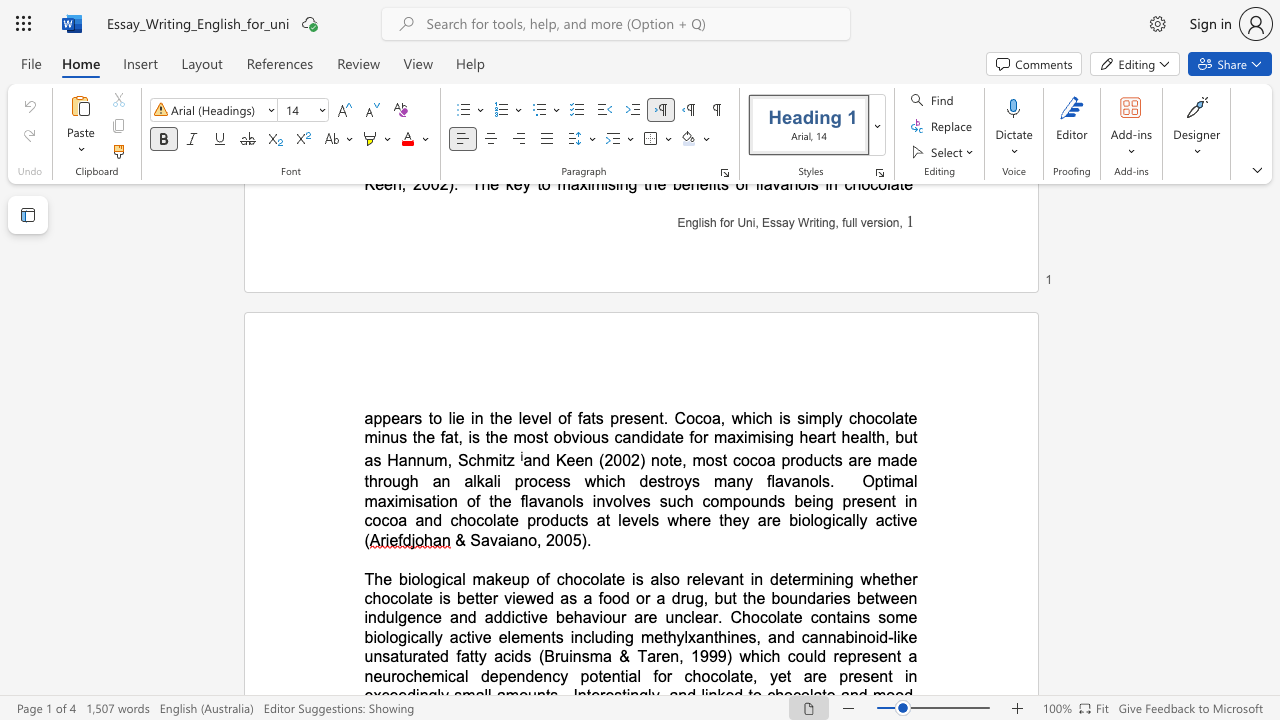 The image size is (1280, 720). Describe the element at coordinates (454, 540) in the screenshot. I see `the subset text "& Savaiano, 2005)." within the text "& Savaiano, 2005)."` at that location.